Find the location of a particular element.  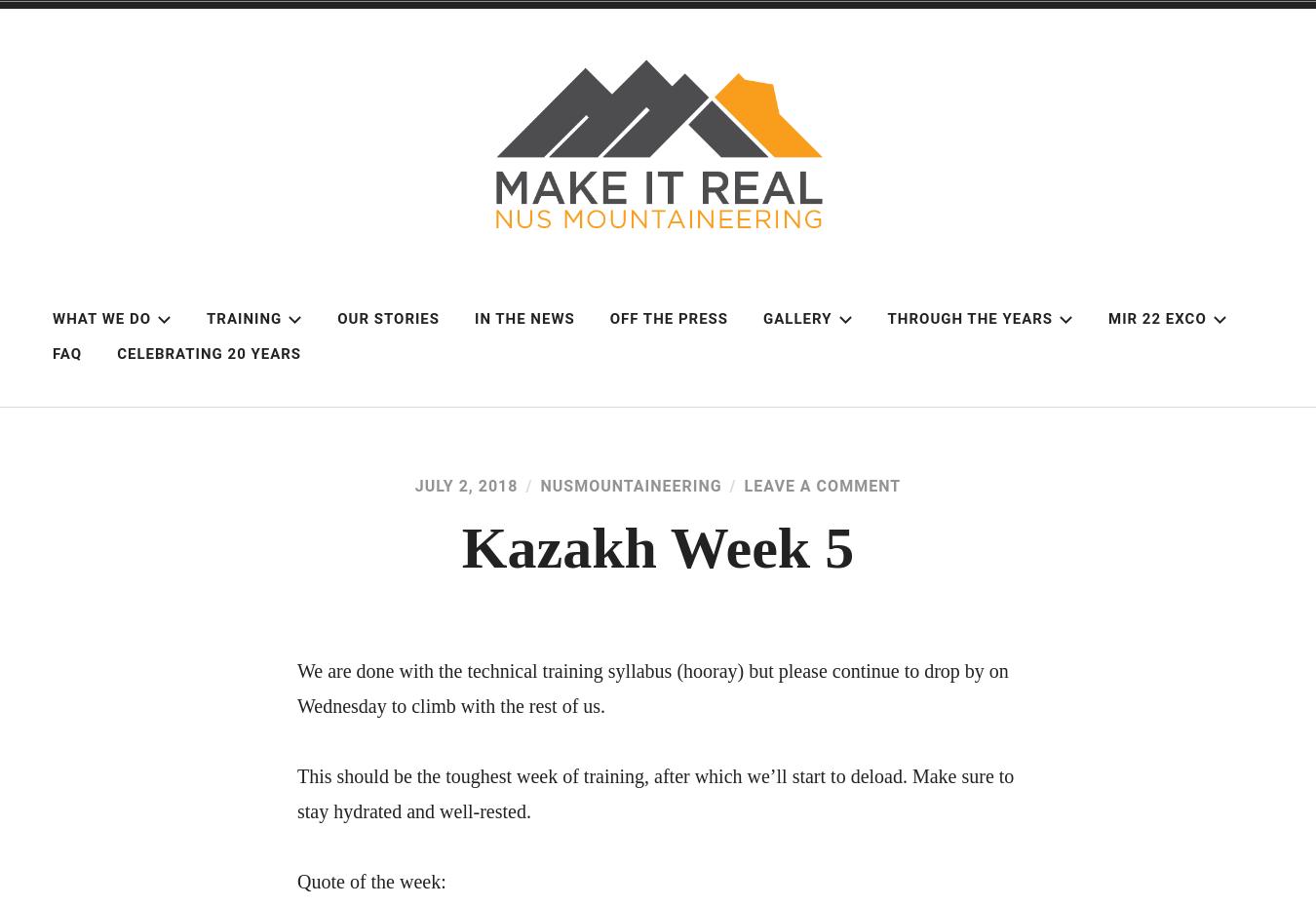

'Kazakh Week 5' is located at coordinates (460, 547).